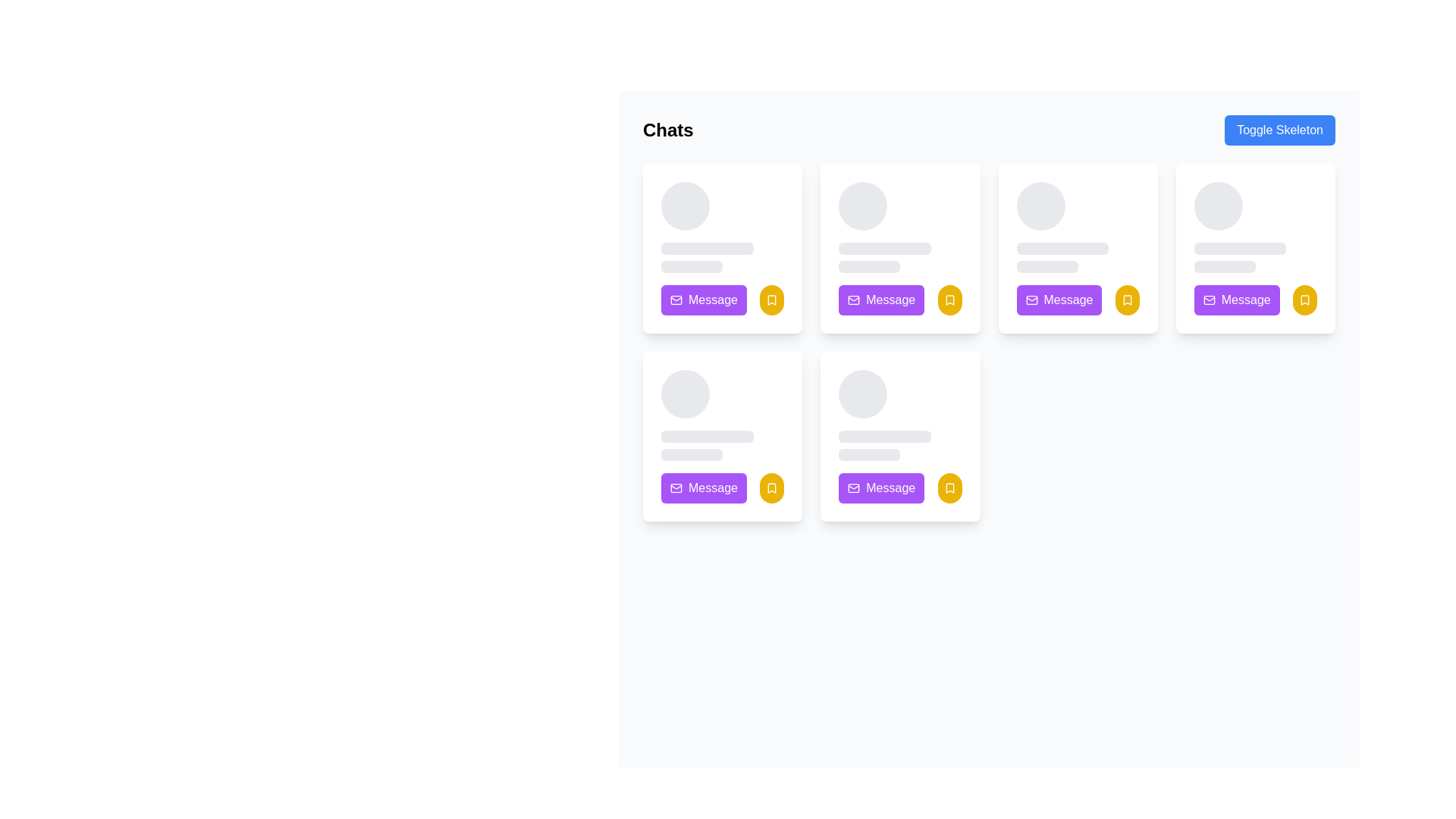 Image resolution: width=1456 pixels, height=819 pixels. Describe the element at coordinates (949, 300) in the screenshot. I see `the bookmark icon located at the bottom right of the third card in the top row of the grid to bookmark the card` at that location.